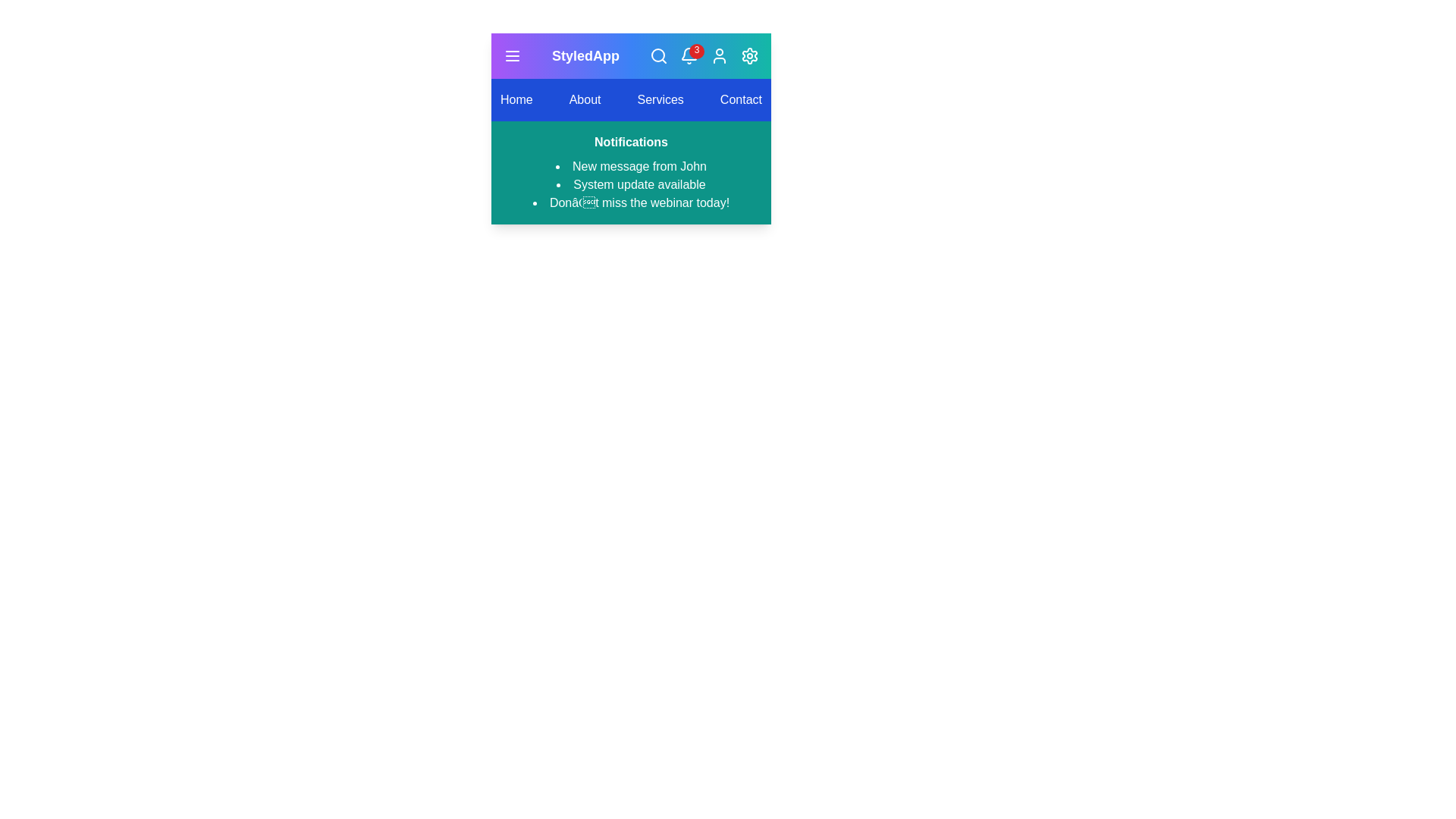 This screenshot has height=819, width=1456. Describe the element at coordinates (719, 55) in the screenshot. I see `the user icon with a circular head and curved shoulders, outlined in white on a blue-green background, located second-to-last in the top-right row of icons to trigger a tooltip` at that location.